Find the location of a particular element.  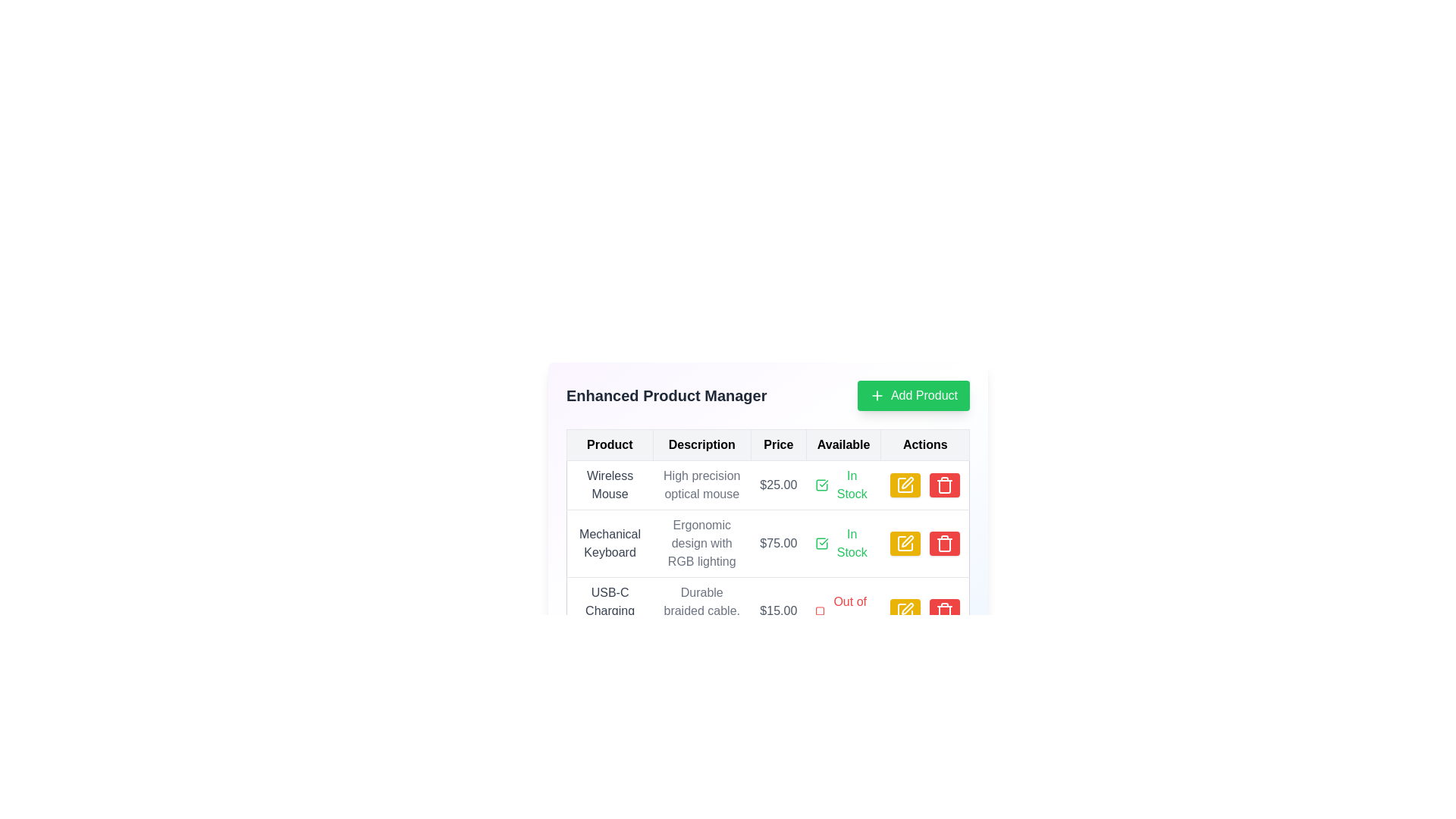

the delete button icon located in the Actions column of the first product's row is located at coordinates (943, 543).